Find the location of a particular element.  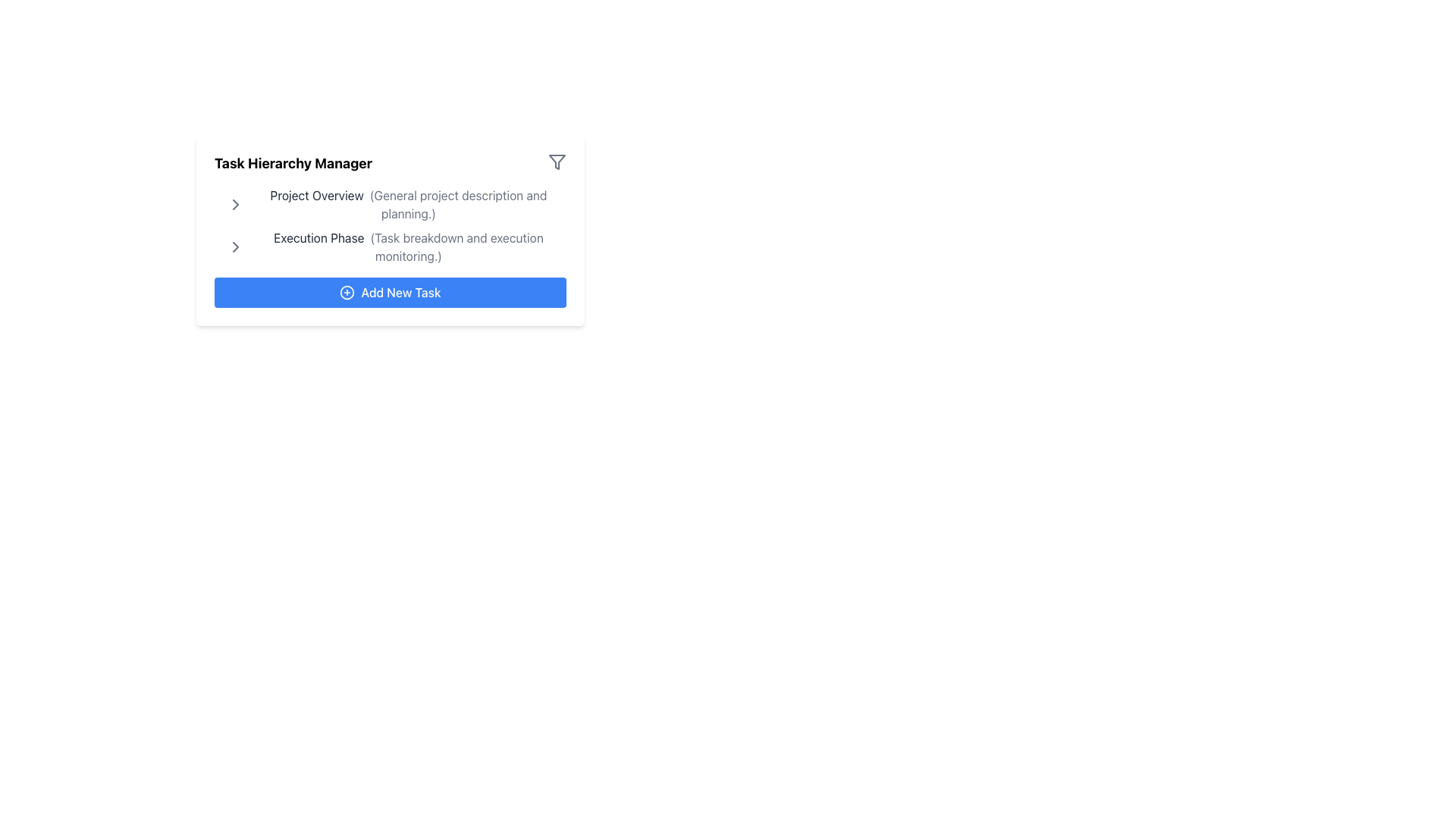

the chevron-right icon located to the left of the 'Execution Phase' link is located at coordinates (235, 246).